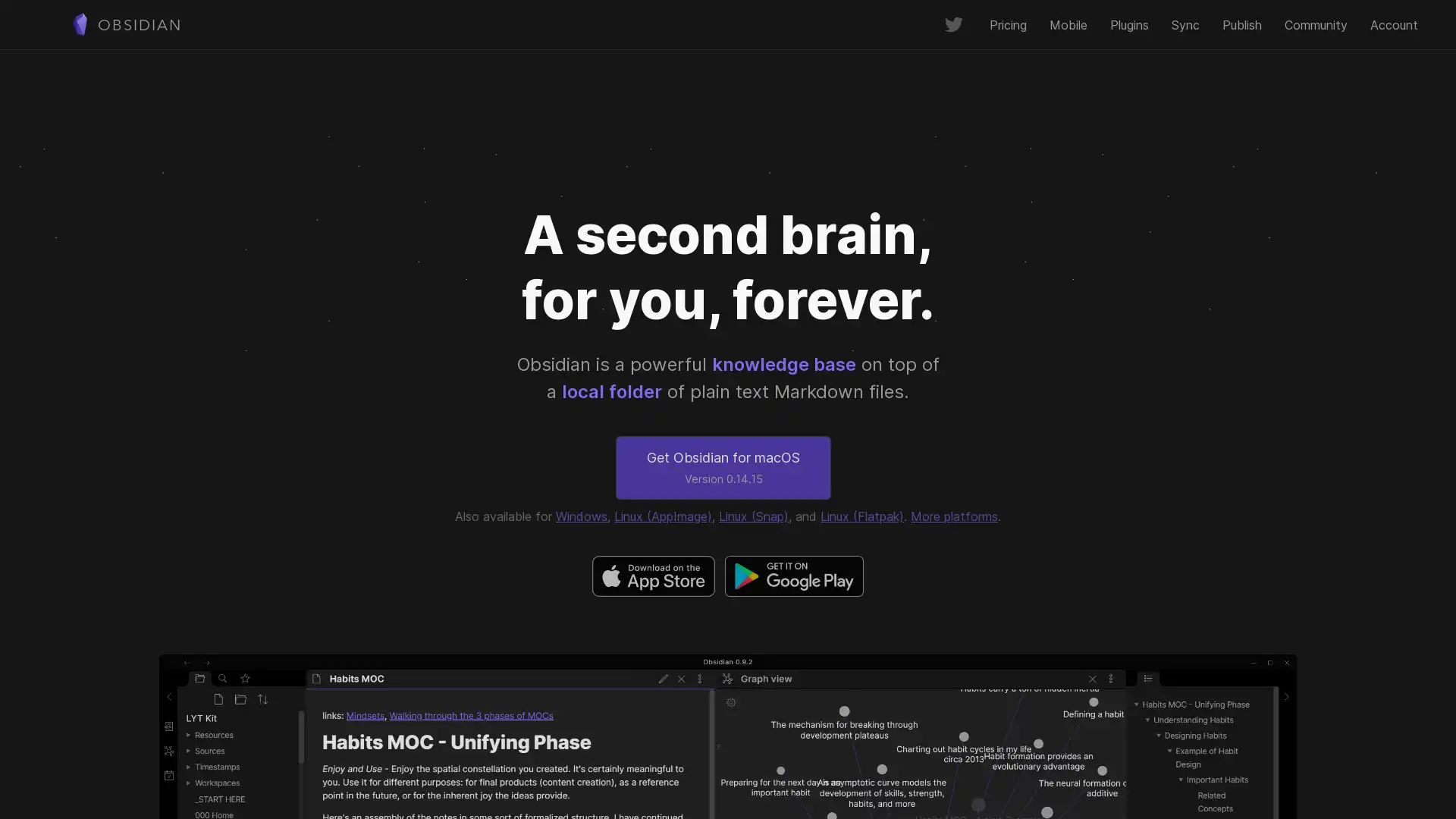 The image size is (1456, 819). Describe the element at coordinates (723, 466) in the screenshot. I see `Get Obsidian for macOS Version 0.14.15` at that location.